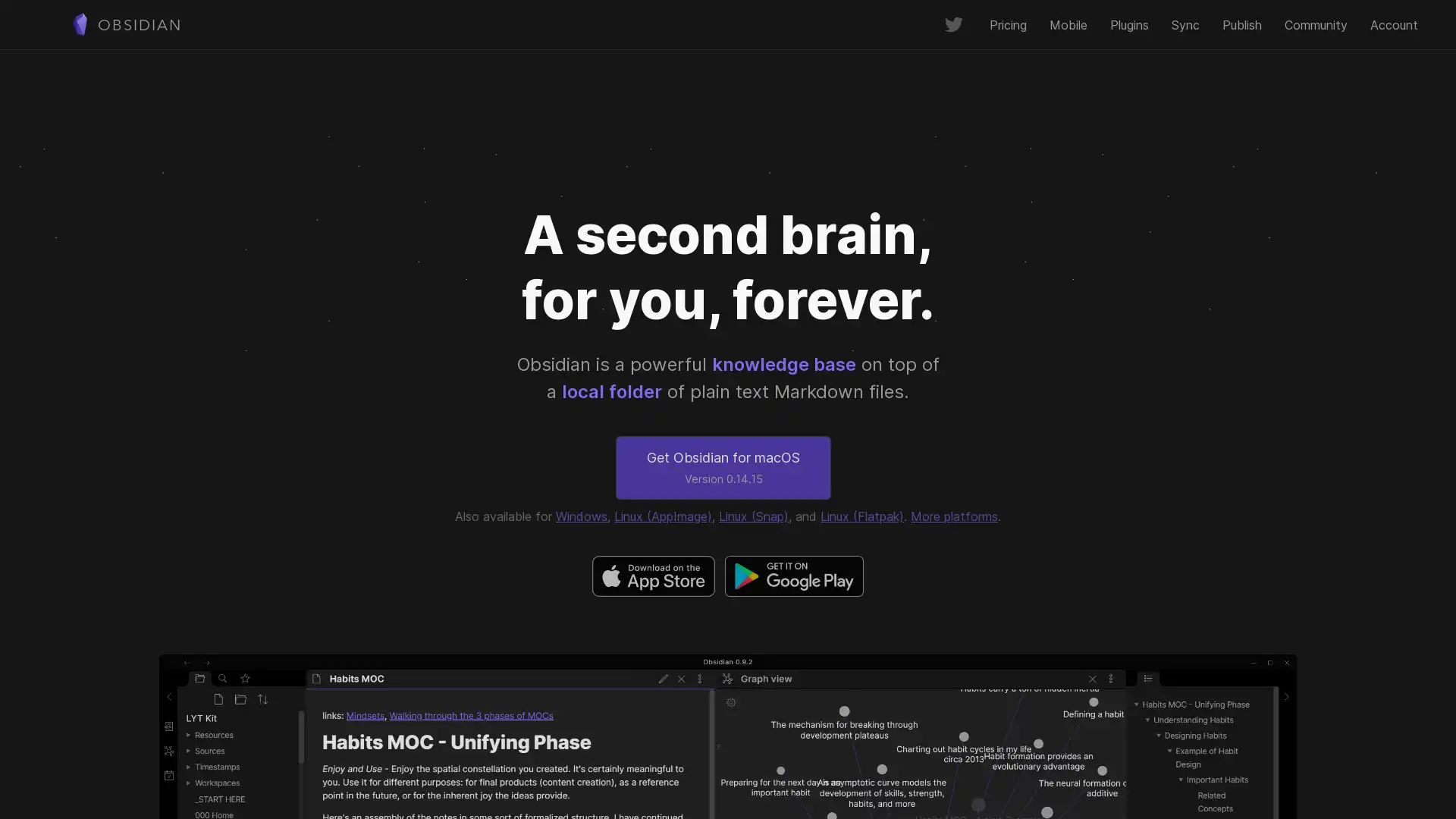 The image size is (1456, 819). Describe the element at coordinates (723, 466) in the screenshot. I see `Get Obsidian for macOS Version 0.14.15` at that location.